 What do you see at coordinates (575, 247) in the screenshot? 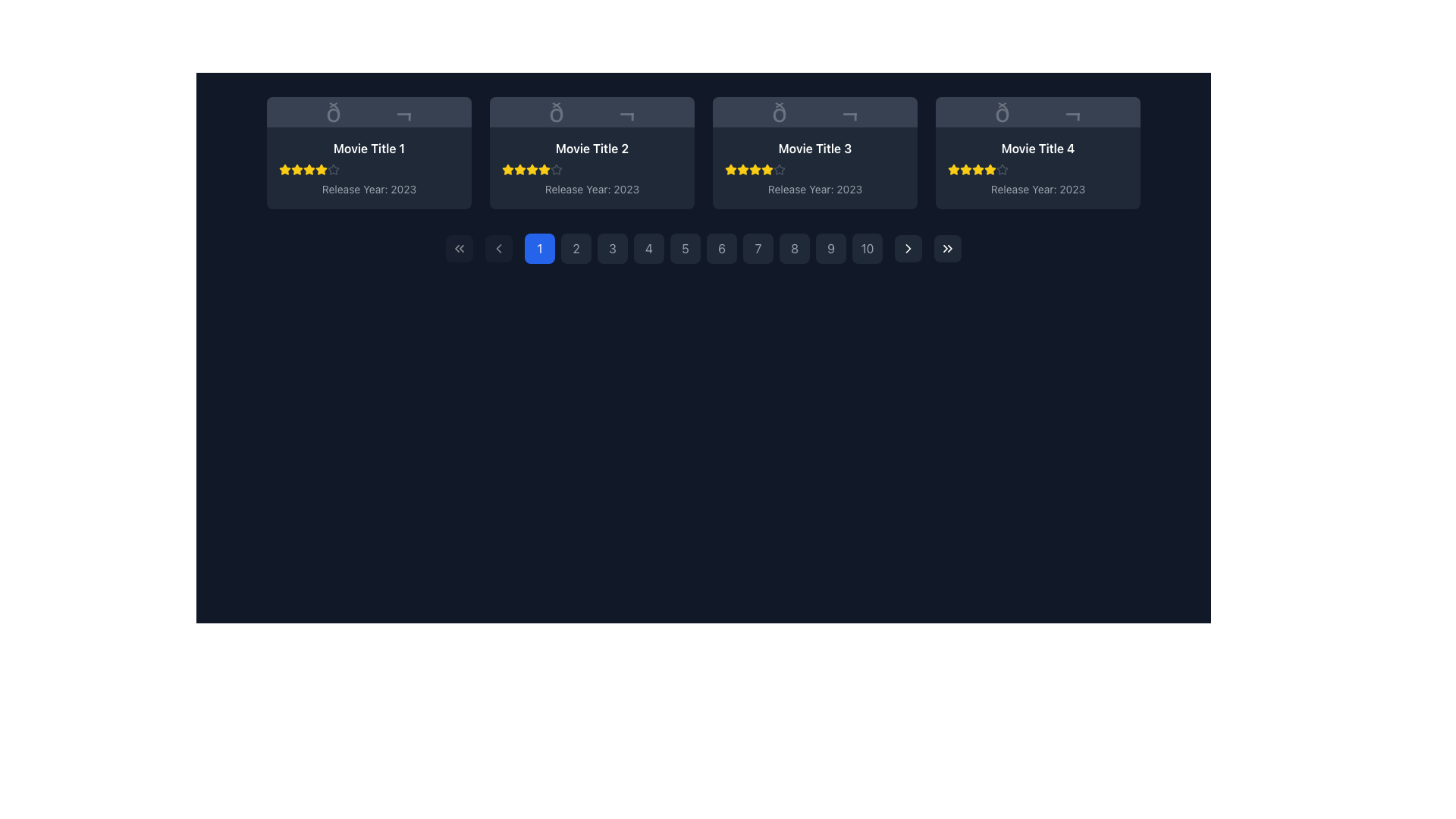
I see `the circular button with the numeral '2'` at bounding box center [575, 247].